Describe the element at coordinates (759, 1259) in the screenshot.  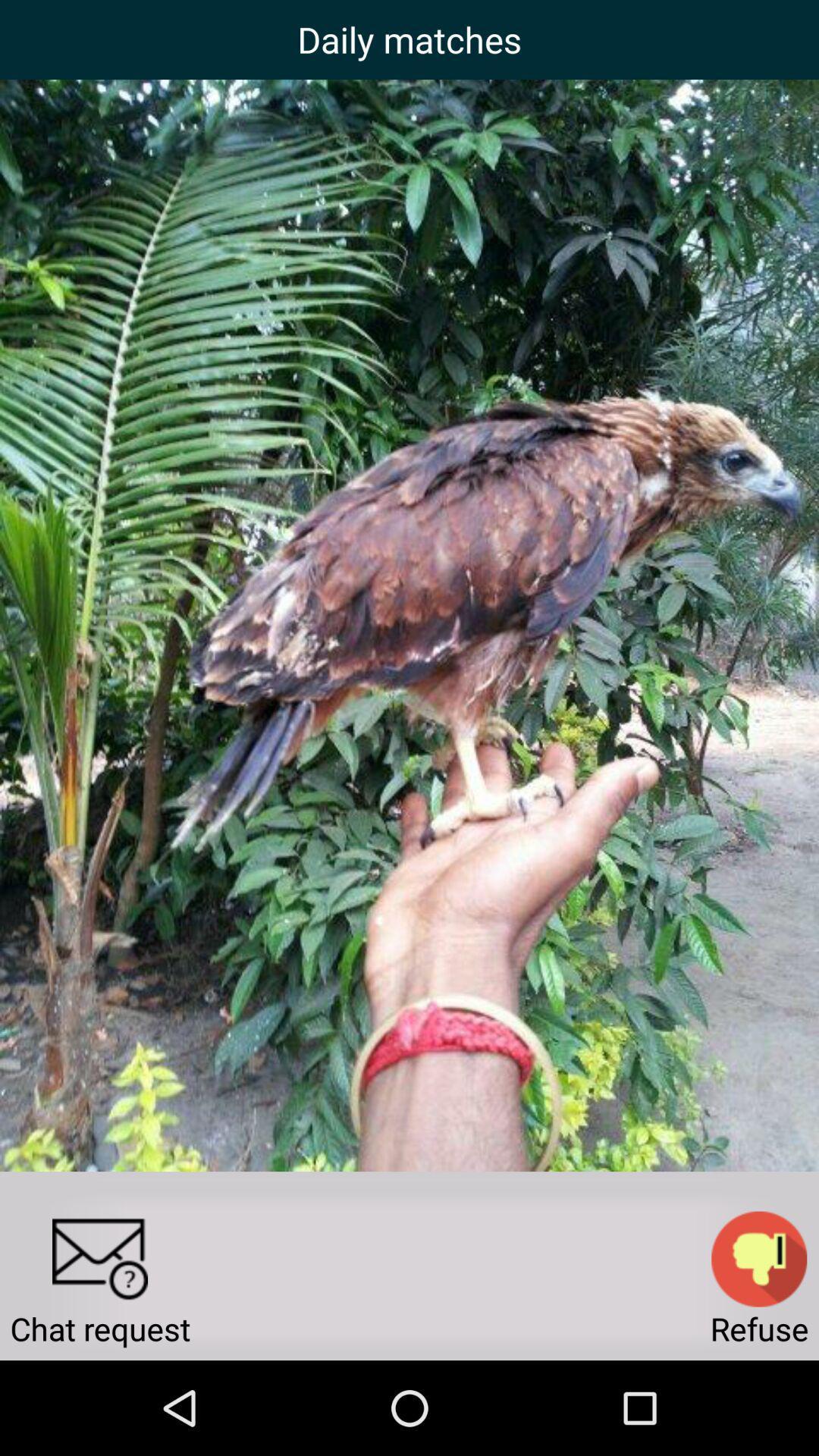
I see `thumbs down` at that location.